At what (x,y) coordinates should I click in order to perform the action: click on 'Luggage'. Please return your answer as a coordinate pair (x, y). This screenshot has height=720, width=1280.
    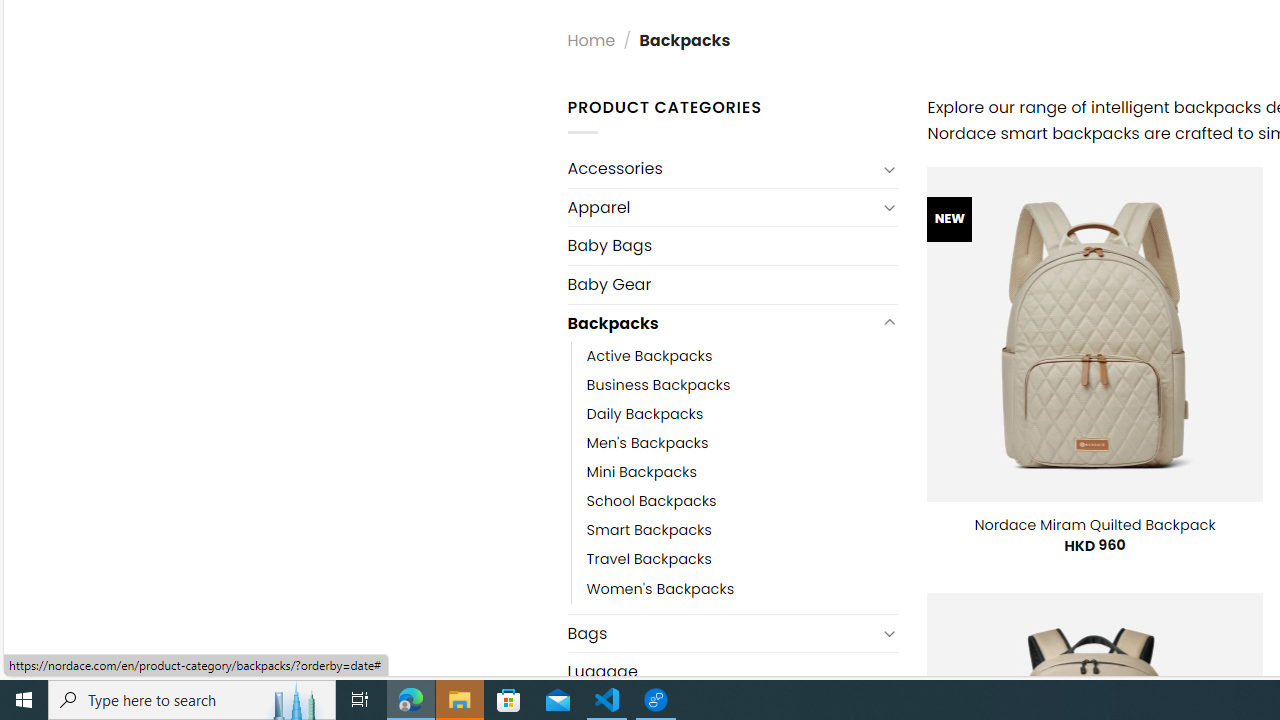
    Looking at the image, I should click on (731, 672).